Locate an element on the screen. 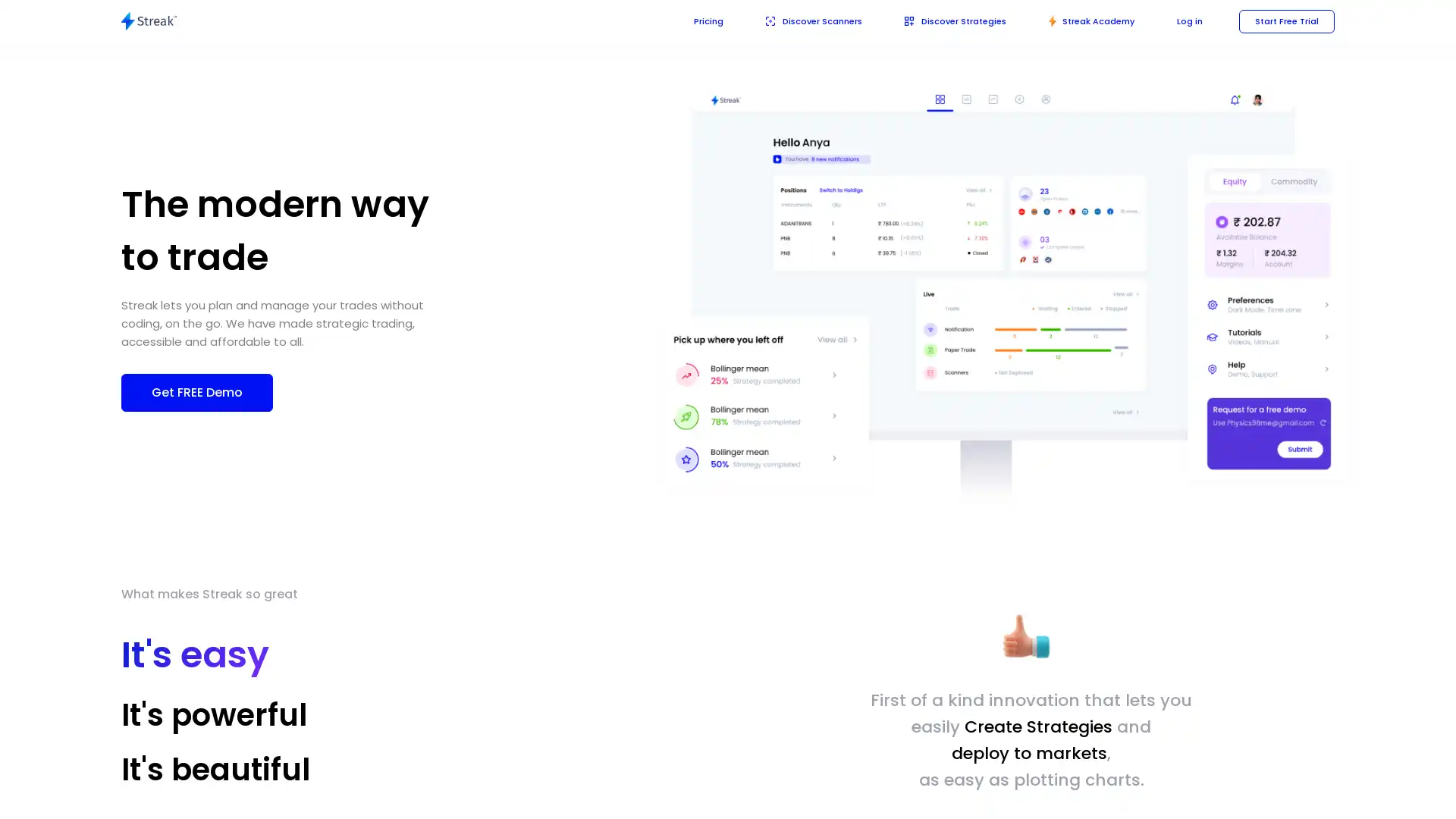 The width and height of the screenshot is (1456, 819). Get FREE Demo is located at coordinates (196, 391).